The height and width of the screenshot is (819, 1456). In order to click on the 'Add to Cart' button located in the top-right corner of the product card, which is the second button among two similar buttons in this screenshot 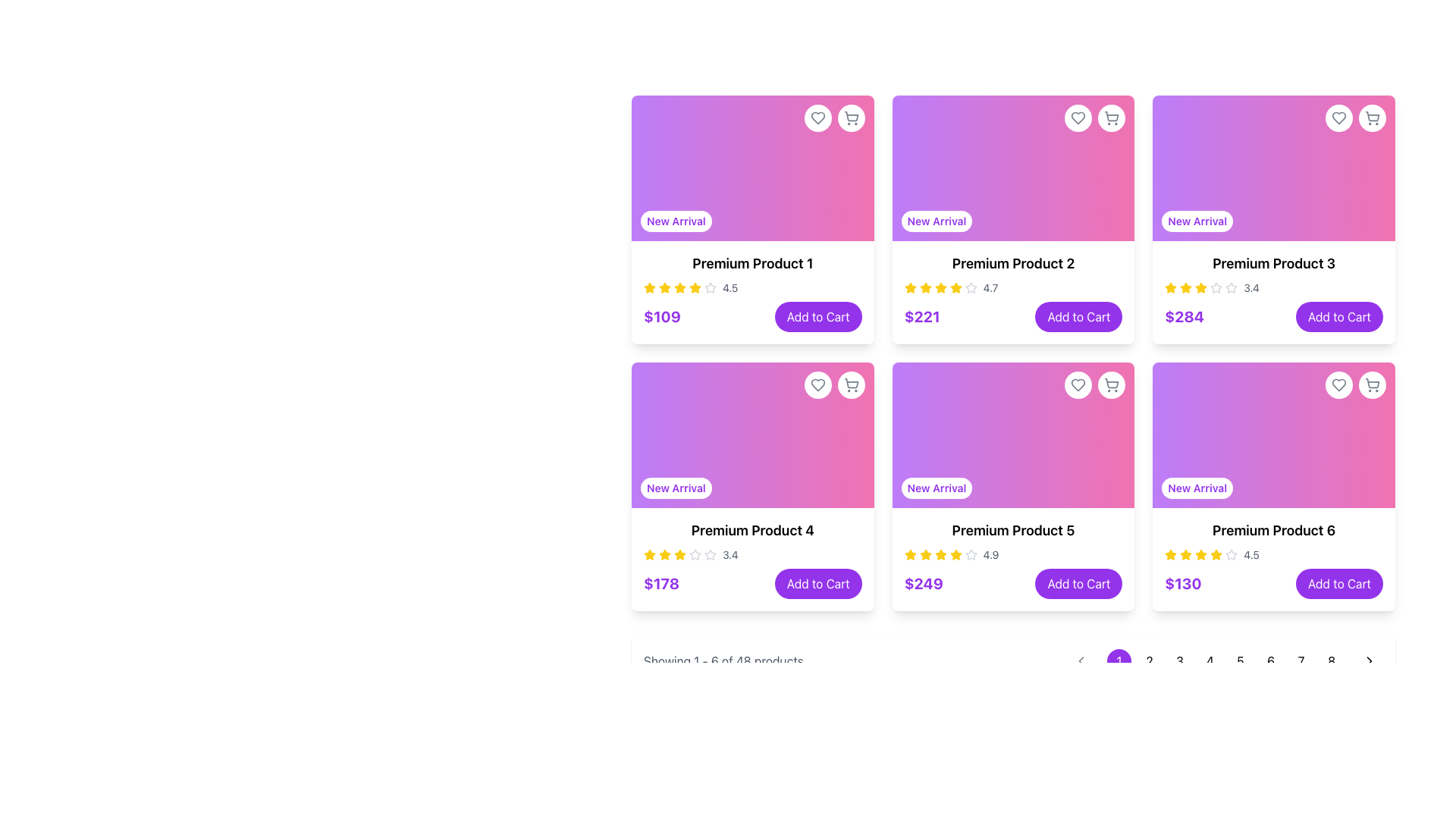, I will do `click(851, 384)`.